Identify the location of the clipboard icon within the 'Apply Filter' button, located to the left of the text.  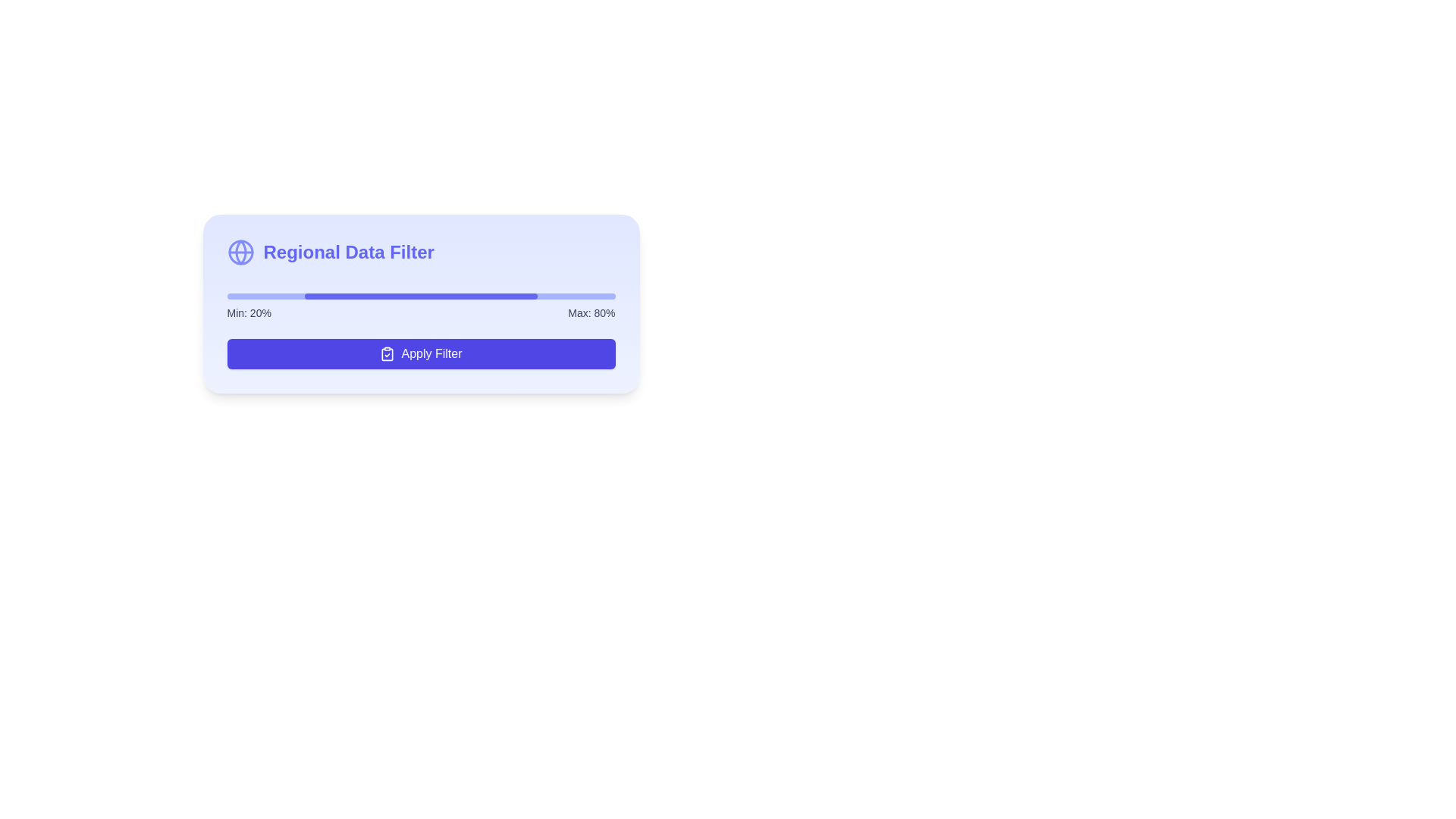
(388, 354).